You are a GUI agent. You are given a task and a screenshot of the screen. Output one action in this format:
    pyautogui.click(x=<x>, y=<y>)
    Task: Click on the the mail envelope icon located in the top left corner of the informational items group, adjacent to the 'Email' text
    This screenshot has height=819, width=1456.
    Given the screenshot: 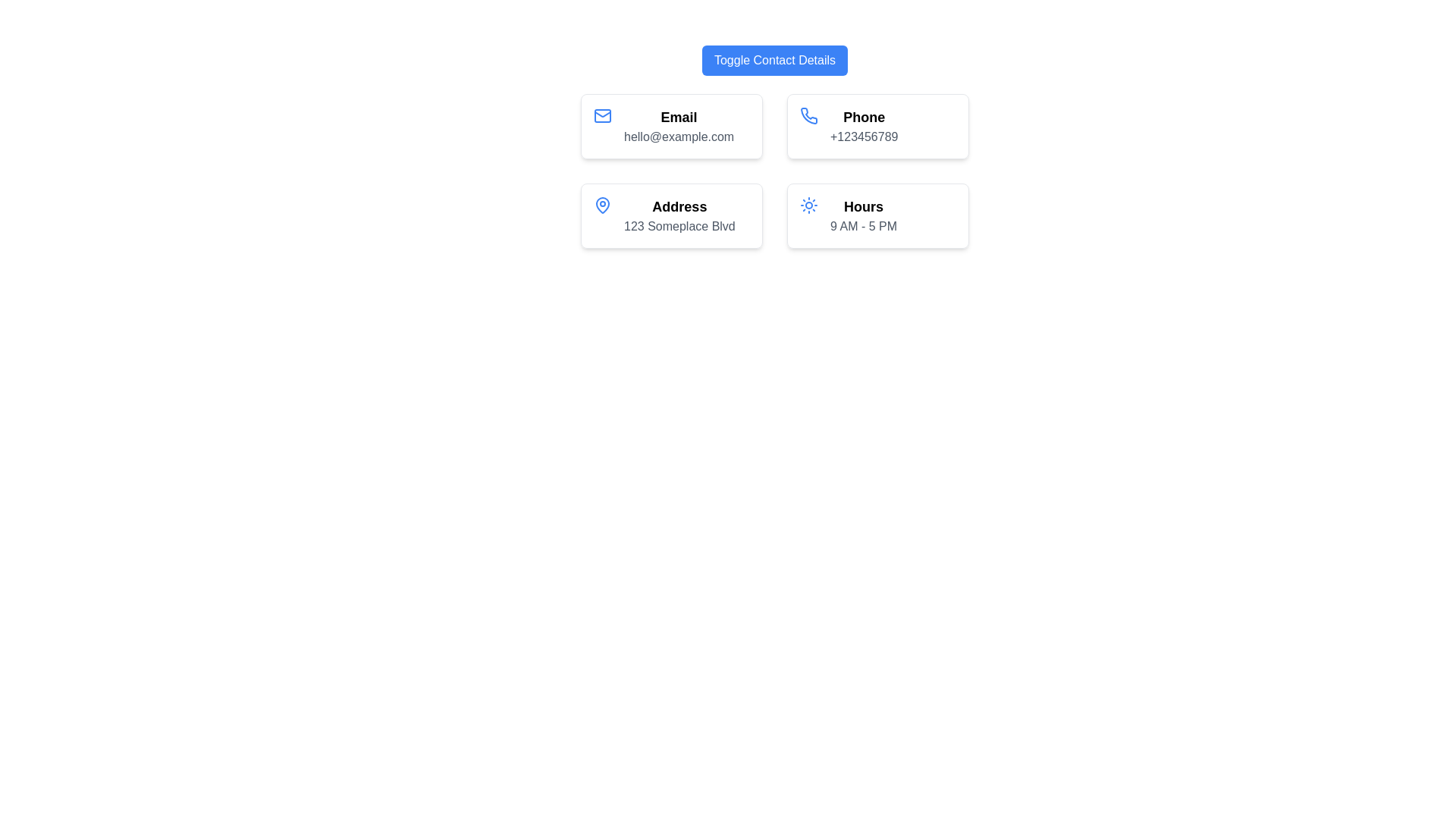 What is the action you would take?
    pyautogui.click(x=602, y=115)
    